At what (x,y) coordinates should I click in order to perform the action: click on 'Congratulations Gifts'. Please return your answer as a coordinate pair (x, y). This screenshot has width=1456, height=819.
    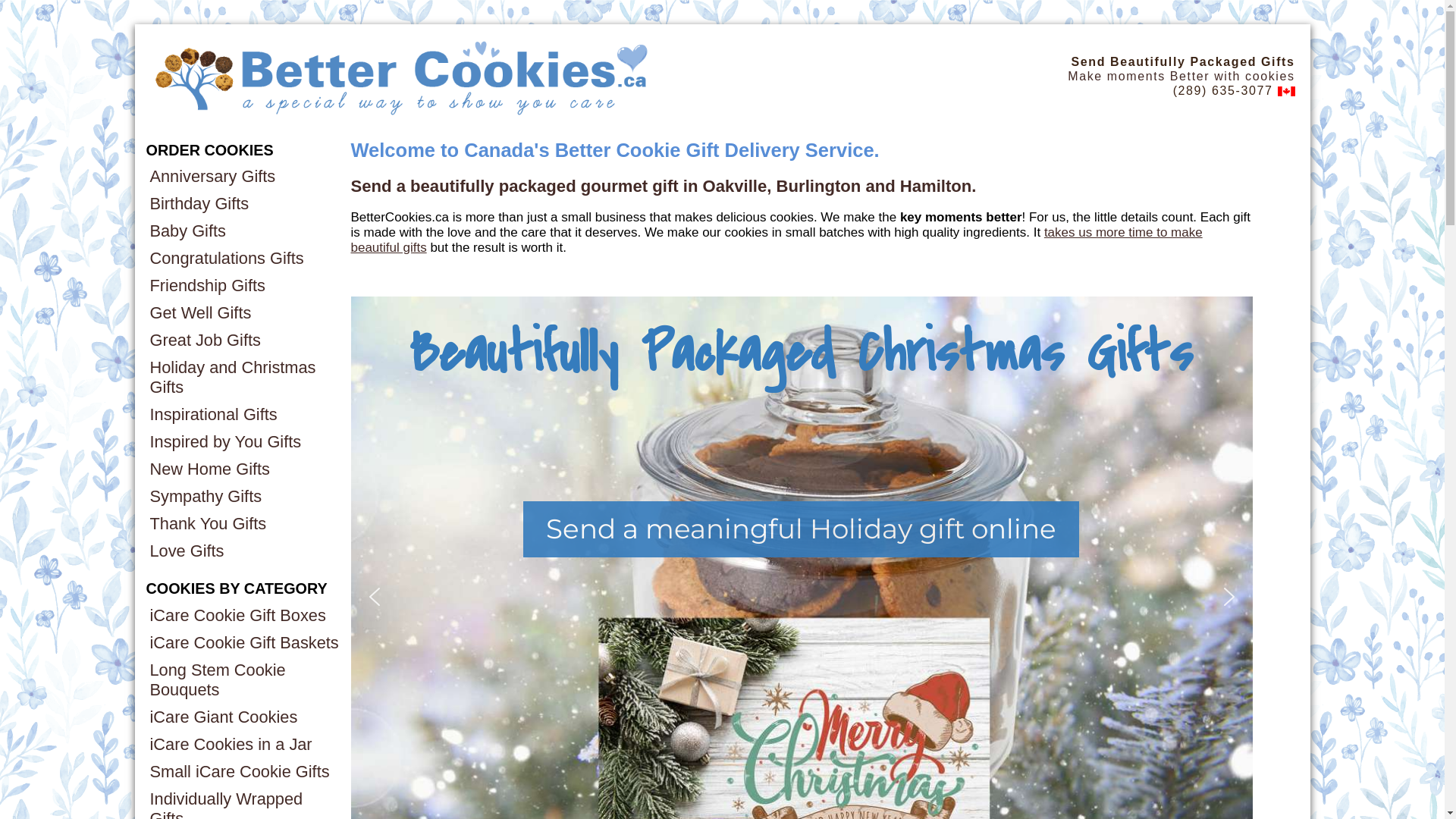
    Looking at the image, I should click on (243, 257).